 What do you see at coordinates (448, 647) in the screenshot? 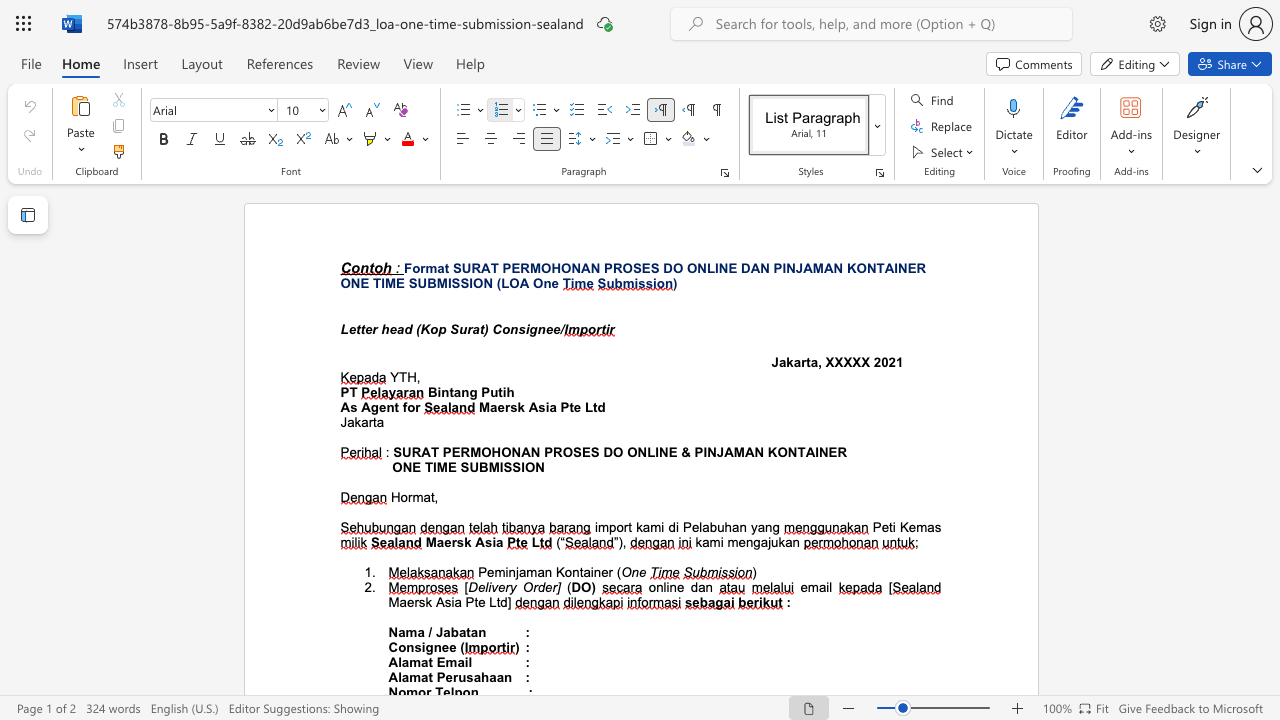
I see `the space between the continuous character "e" and "e" in the text` at bounding box center [448, 647].